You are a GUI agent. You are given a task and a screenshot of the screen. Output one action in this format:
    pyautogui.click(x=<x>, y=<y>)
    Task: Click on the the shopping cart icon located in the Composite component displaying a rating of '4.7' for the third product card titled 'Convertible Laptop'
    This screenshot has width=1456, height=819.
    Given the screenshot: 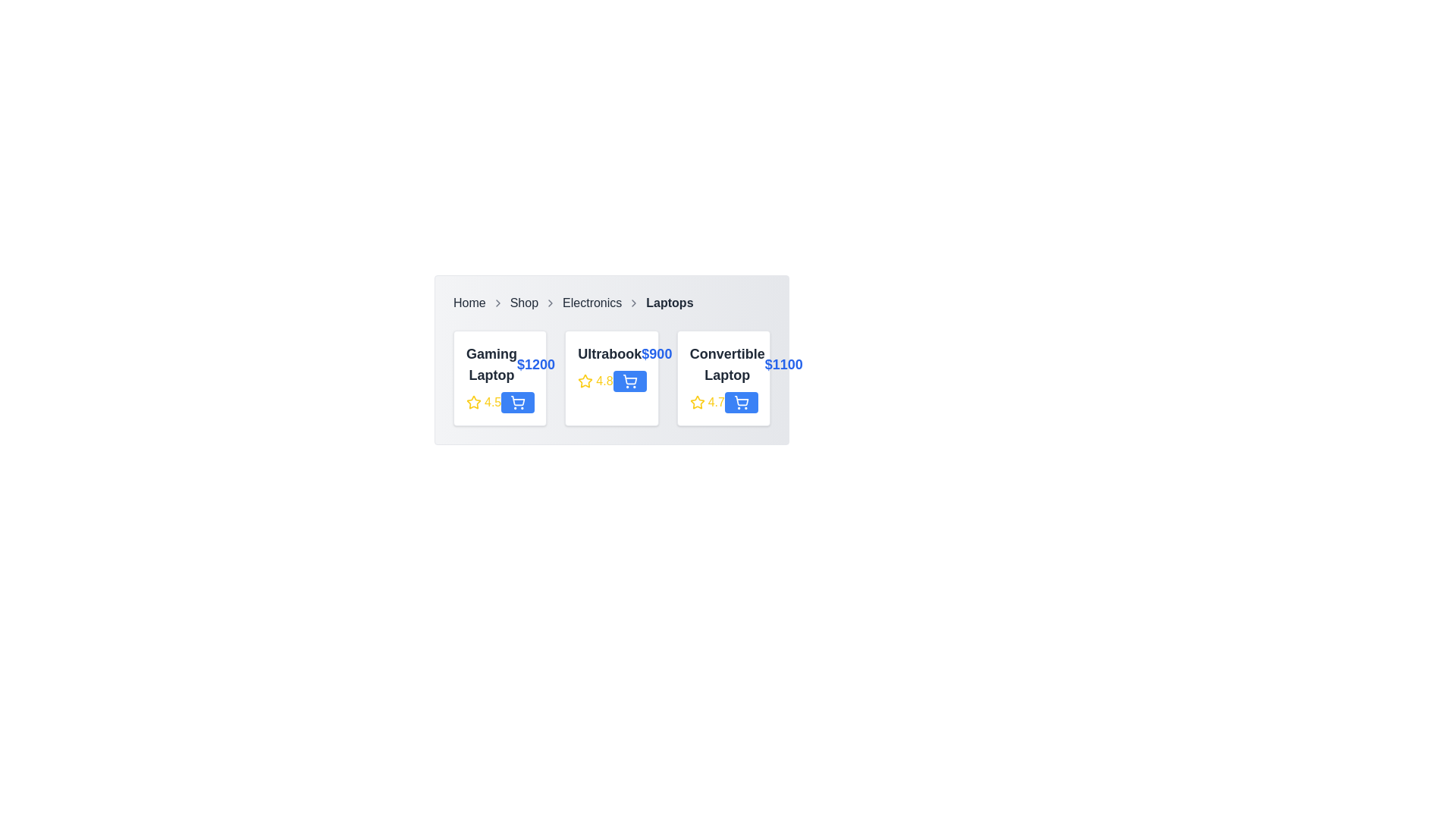 What is the action you would take?
    pyautogui.click(x=723, y=402)
    